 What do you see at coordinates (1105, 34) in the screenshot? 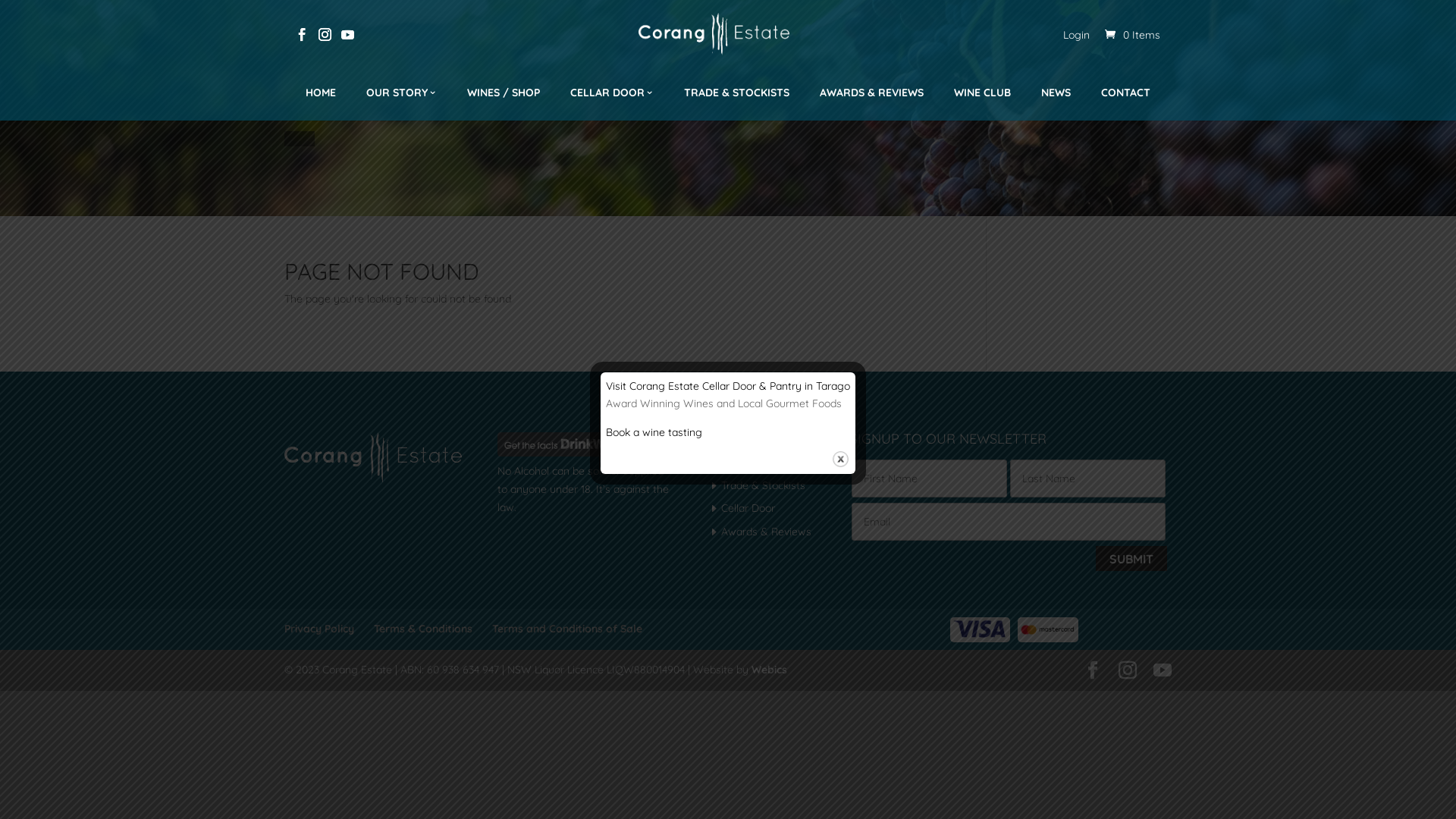
I see `'0 Items'` at bounding box center [1105, 34].